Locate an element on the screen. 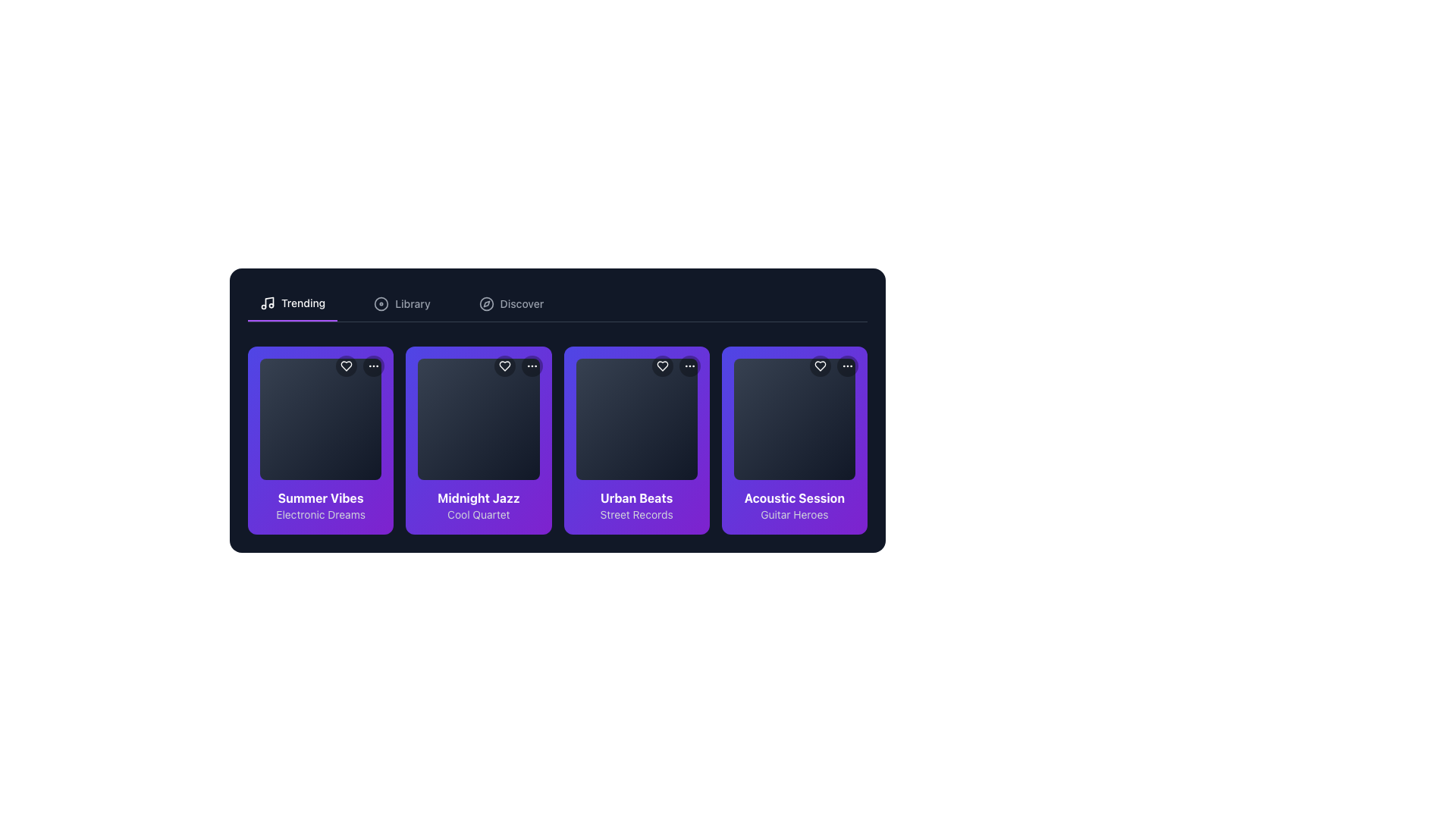 Image resolution: width=1456 pixels, height=819 pixels. the heart-shaped button icon located in the top-right corner of the first media card in a horizontal list is located at coordinates (346, 366).